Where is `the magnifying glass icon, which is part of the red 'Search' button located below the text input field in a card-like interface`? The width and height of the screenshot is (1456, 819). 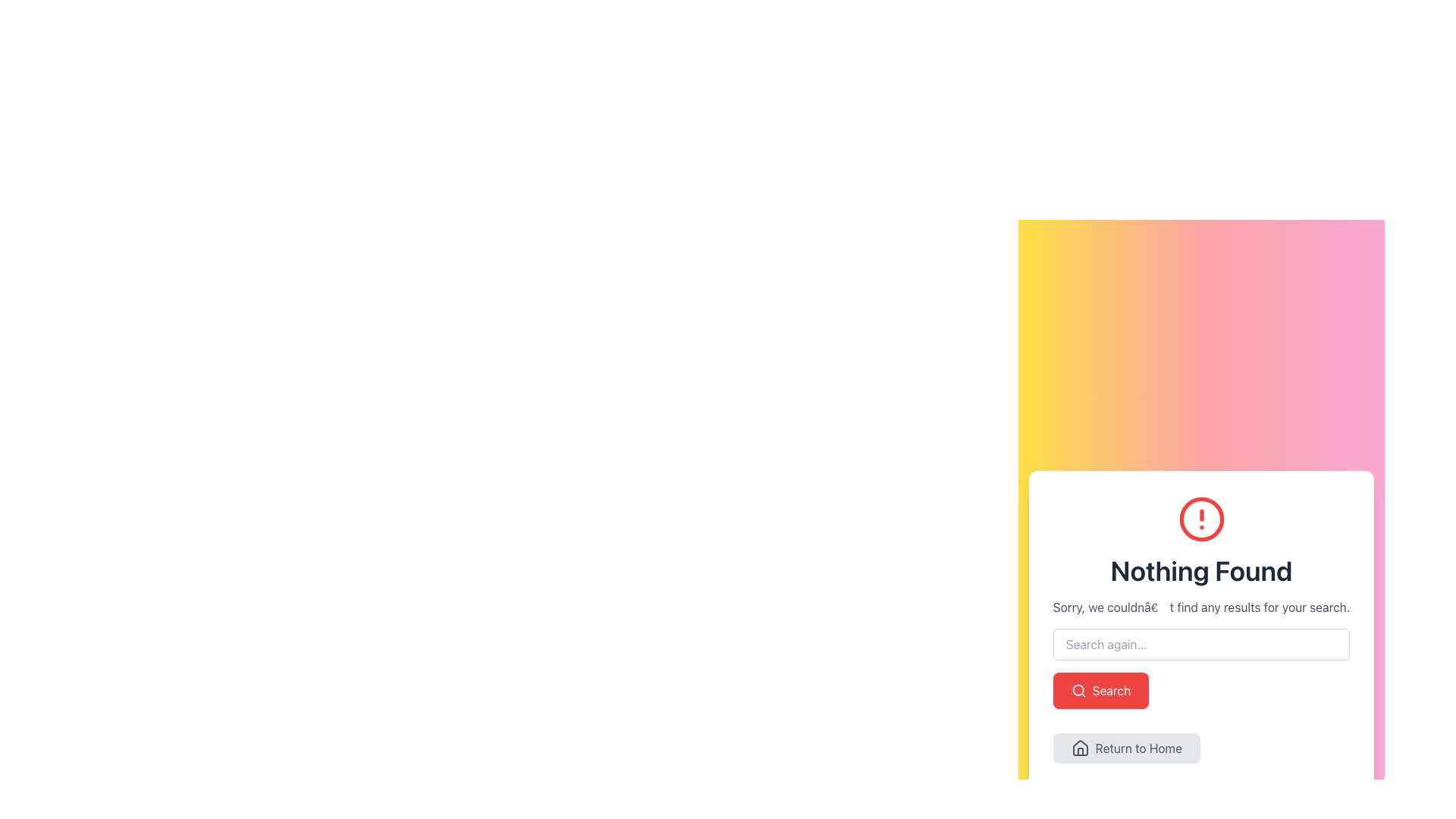
the magnifying glass icon, which is part of the red 'Search' button located below the text input field in a card-like interface is located at coordinates (1077, 690).